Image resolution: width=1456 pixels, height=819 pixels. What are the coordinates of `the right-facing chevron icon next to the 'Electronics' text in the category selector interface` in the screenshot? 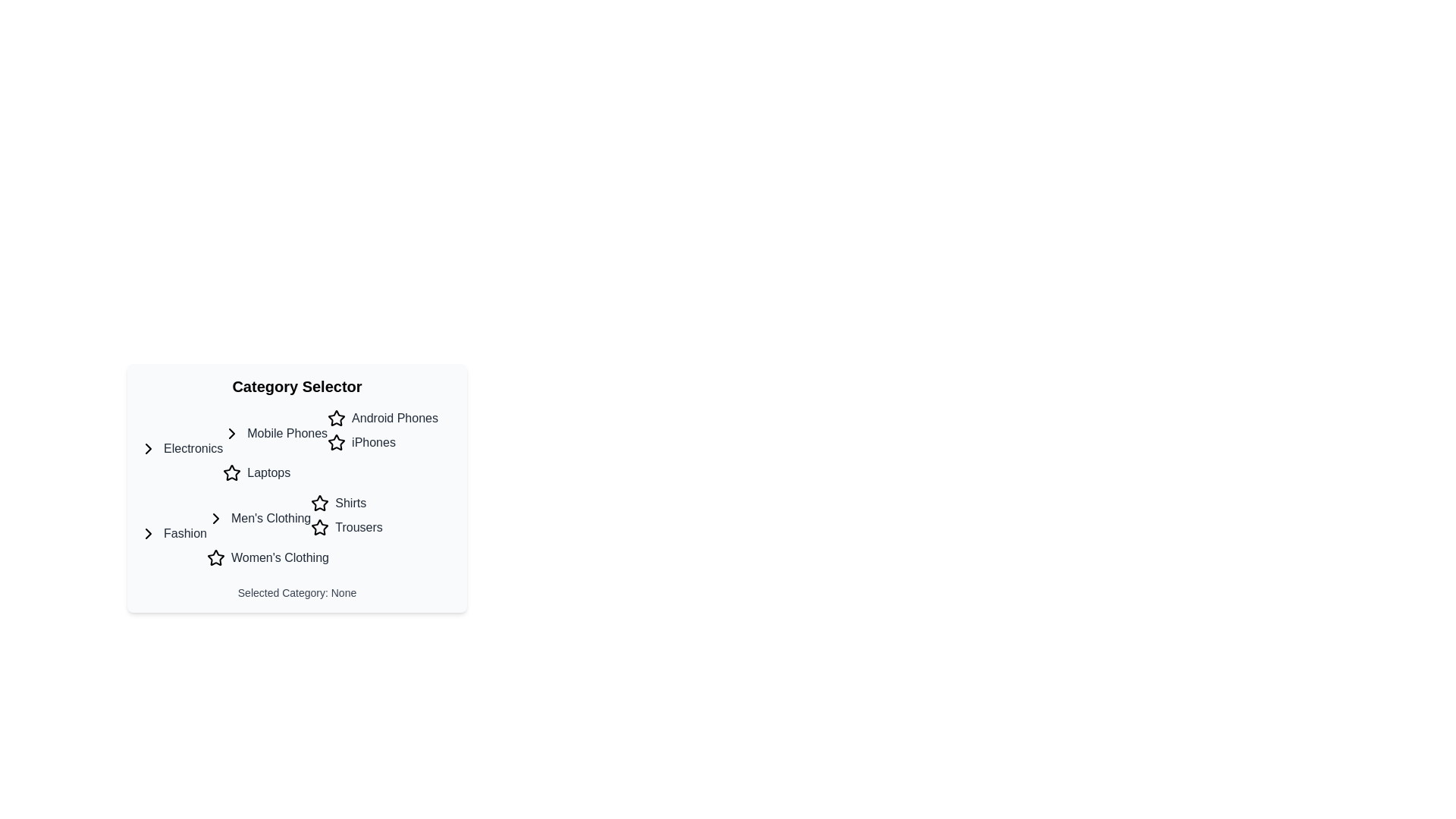 It's located at (149, 447).